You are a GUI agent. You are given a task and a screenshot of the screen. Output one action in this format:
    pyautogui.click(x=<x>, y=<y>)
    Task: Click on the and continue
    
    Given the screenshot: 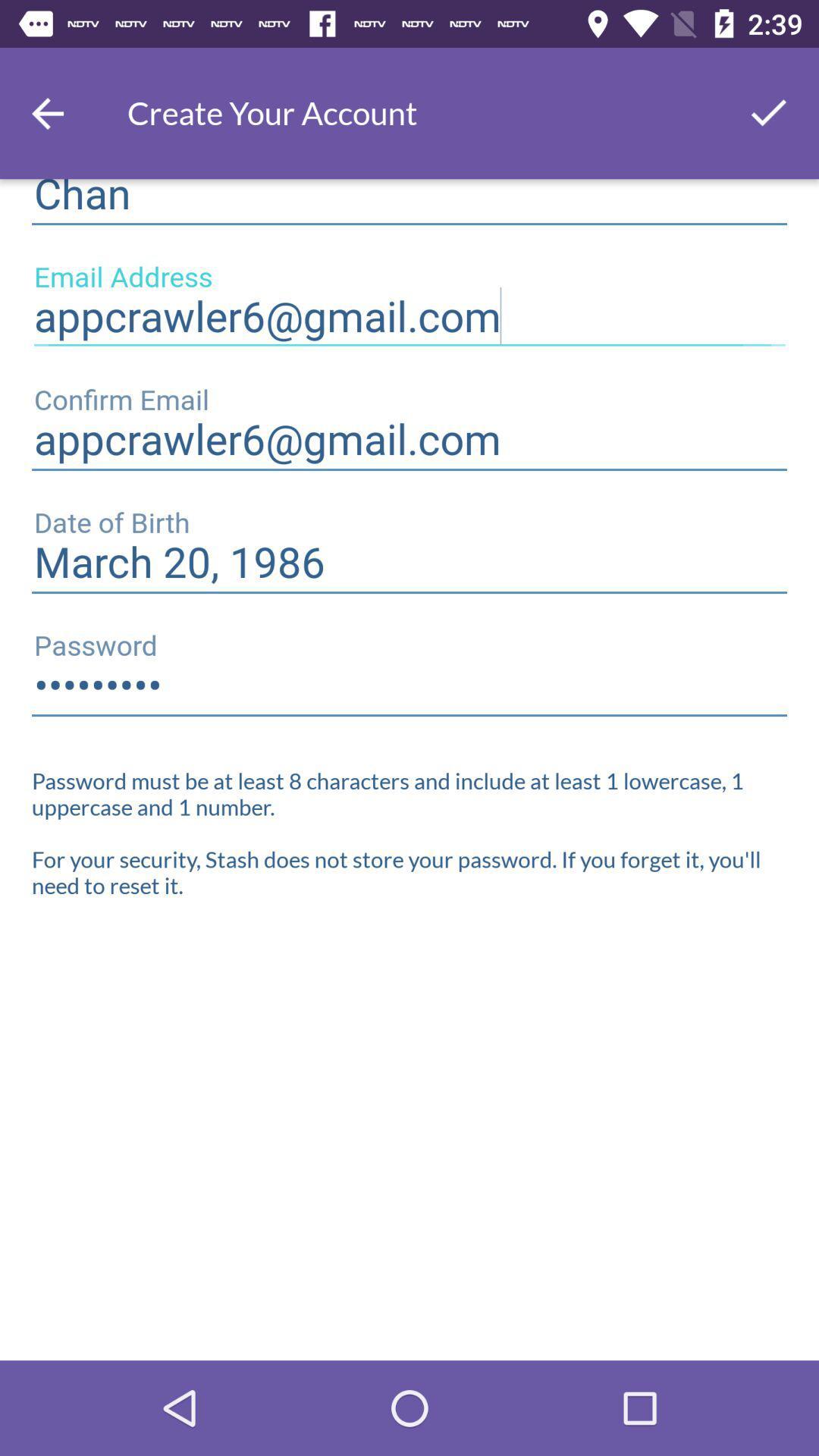 What is the action you would take?
    pyautogui.click(x=769, y=112)
    